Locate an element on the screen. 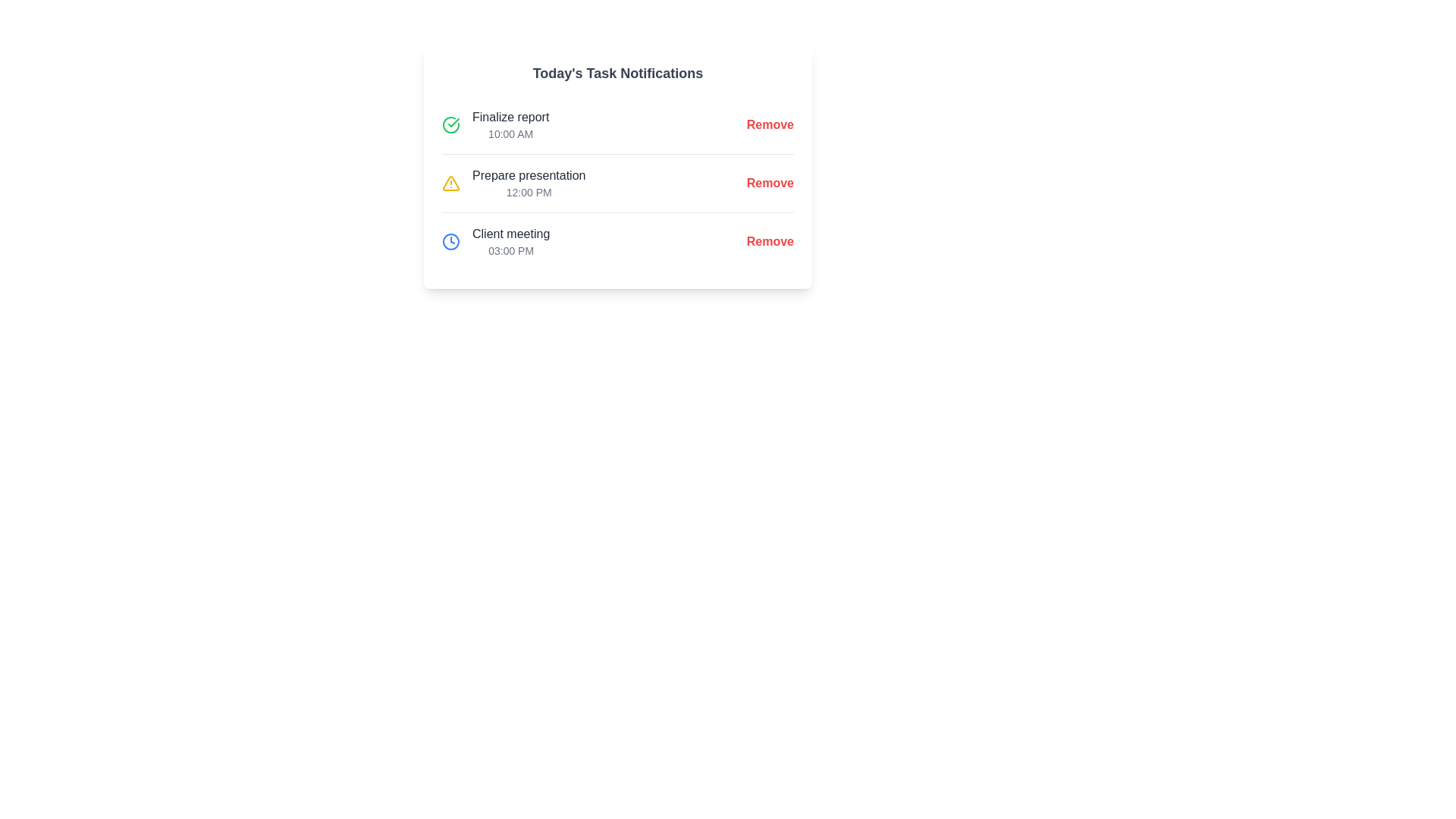 This screenshot has width=1456, height=819. task details of the third task item titled 'Client meeting' with the time '03:00 PM' located under 'Today's Task Notifications' is located at coordinates (618, 240).